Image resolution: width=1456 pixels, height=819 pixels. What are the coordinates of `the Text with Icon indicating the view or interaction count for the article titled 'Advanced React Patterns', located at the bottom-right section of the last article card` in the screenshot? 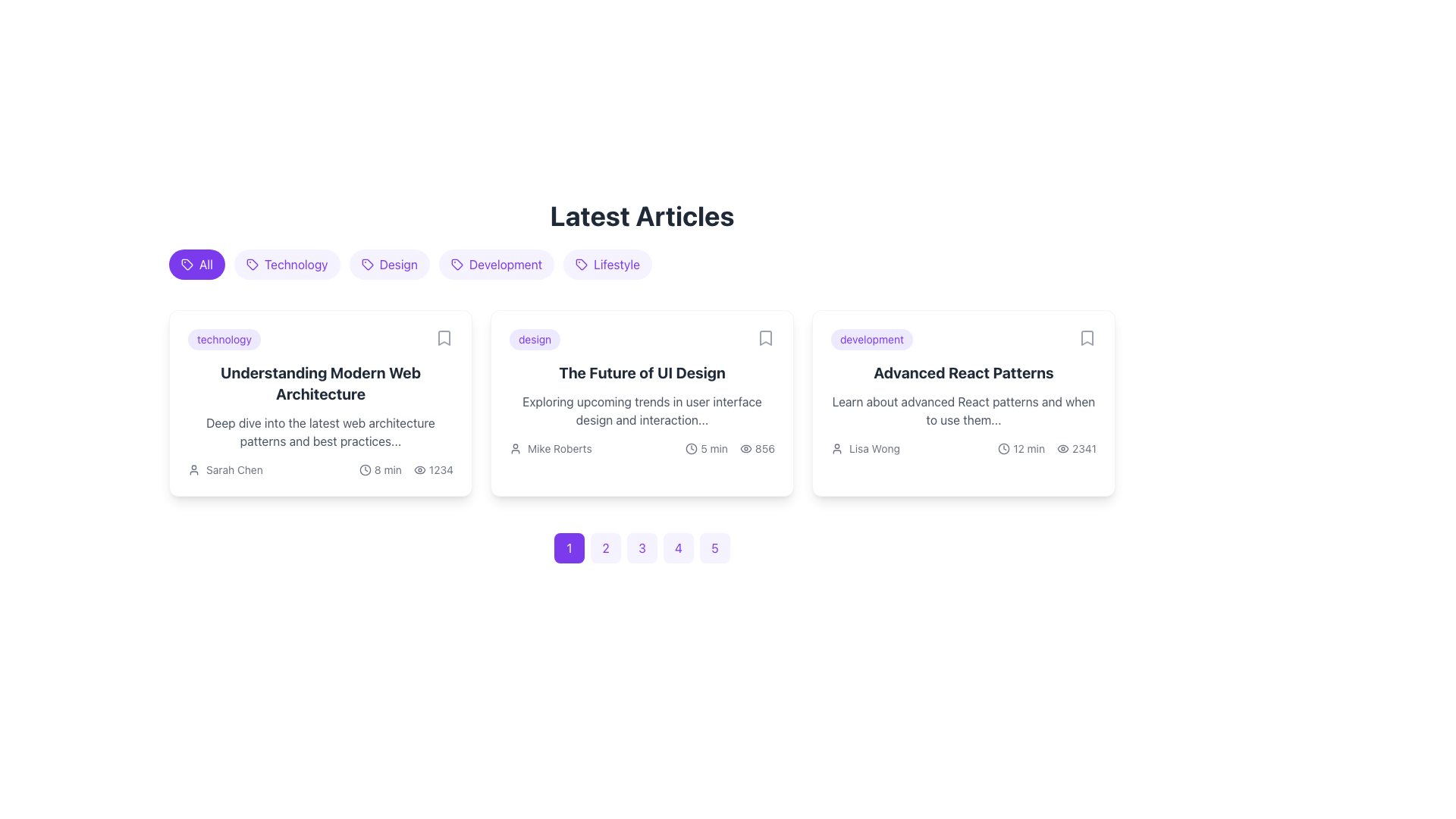 It's located at (1076, 447).